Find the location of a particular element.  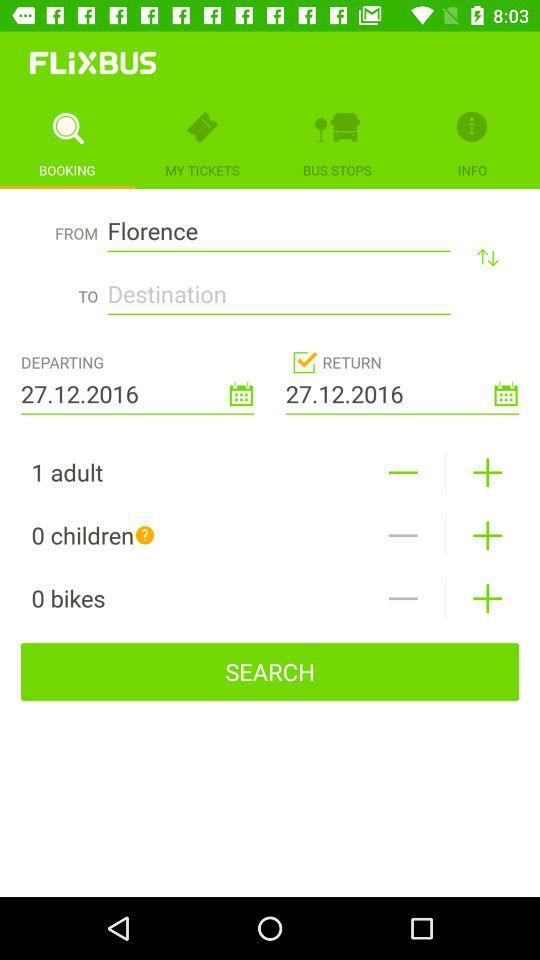

subtract option is located at coordinates (403, 472).